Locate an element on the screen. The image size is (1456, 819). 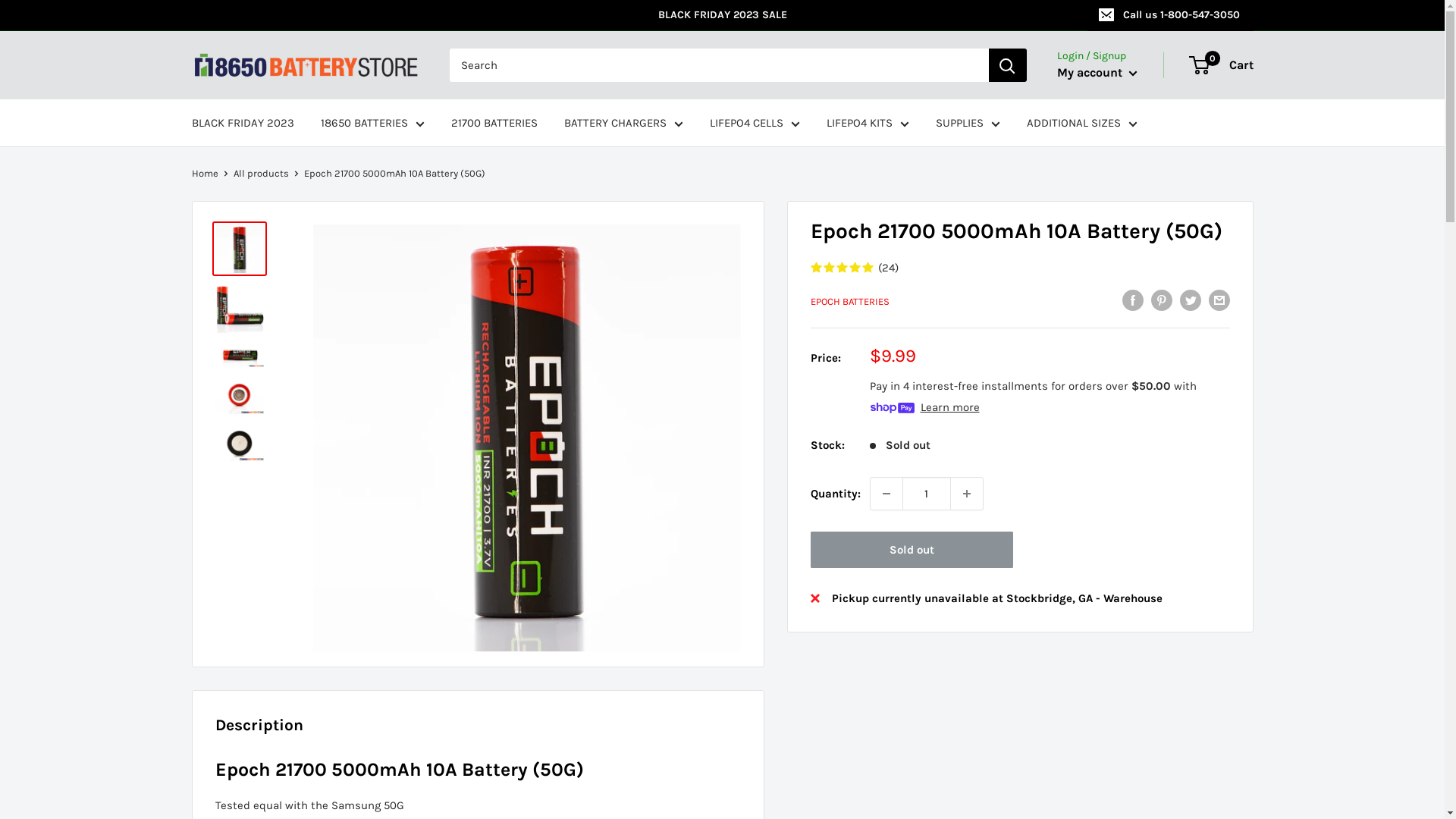
'ADDITIONAL SIZES' is located at coordinates (1081, 122).